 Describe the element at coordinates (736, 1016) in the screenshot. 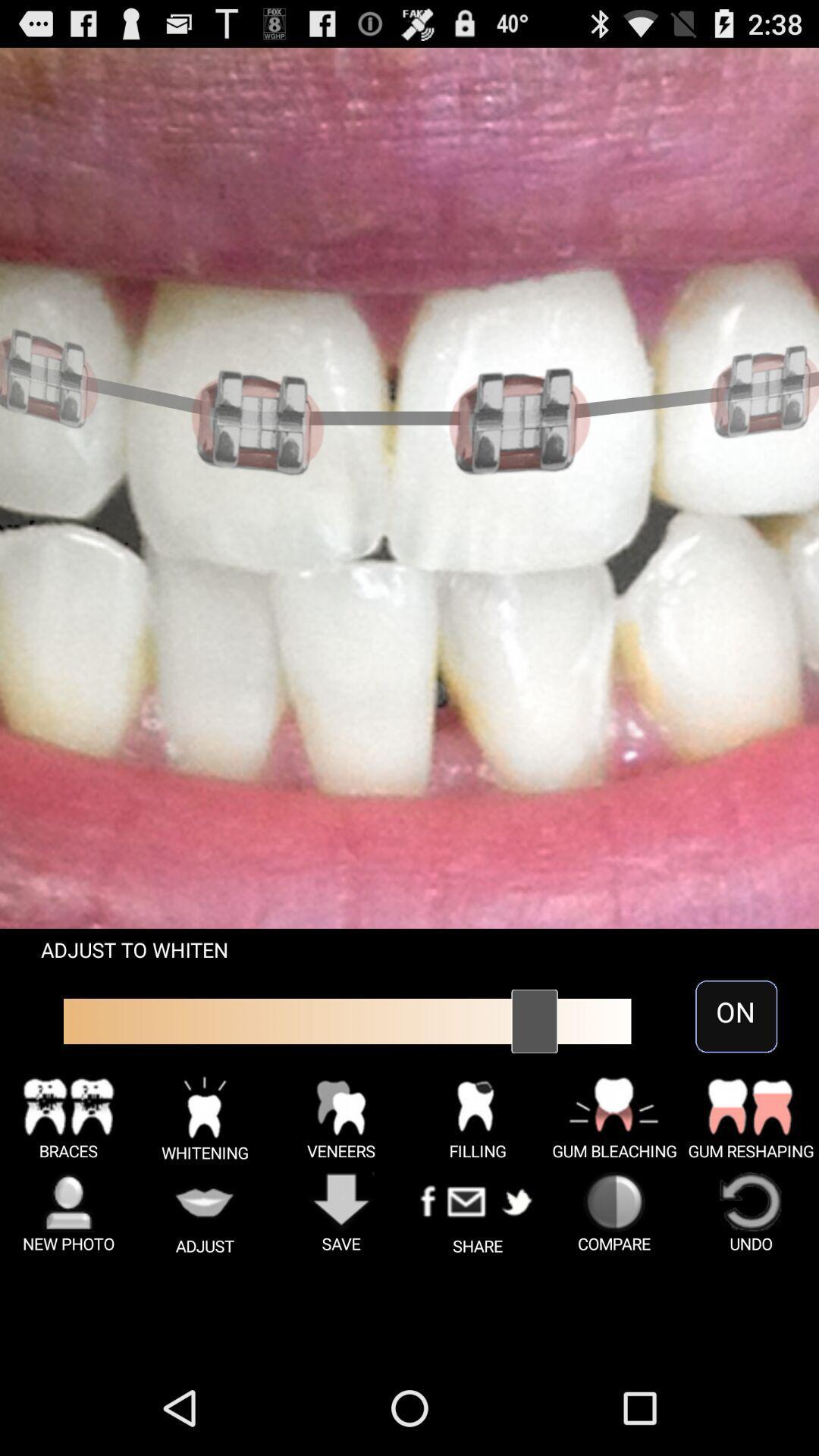

I see `the on` at that location.